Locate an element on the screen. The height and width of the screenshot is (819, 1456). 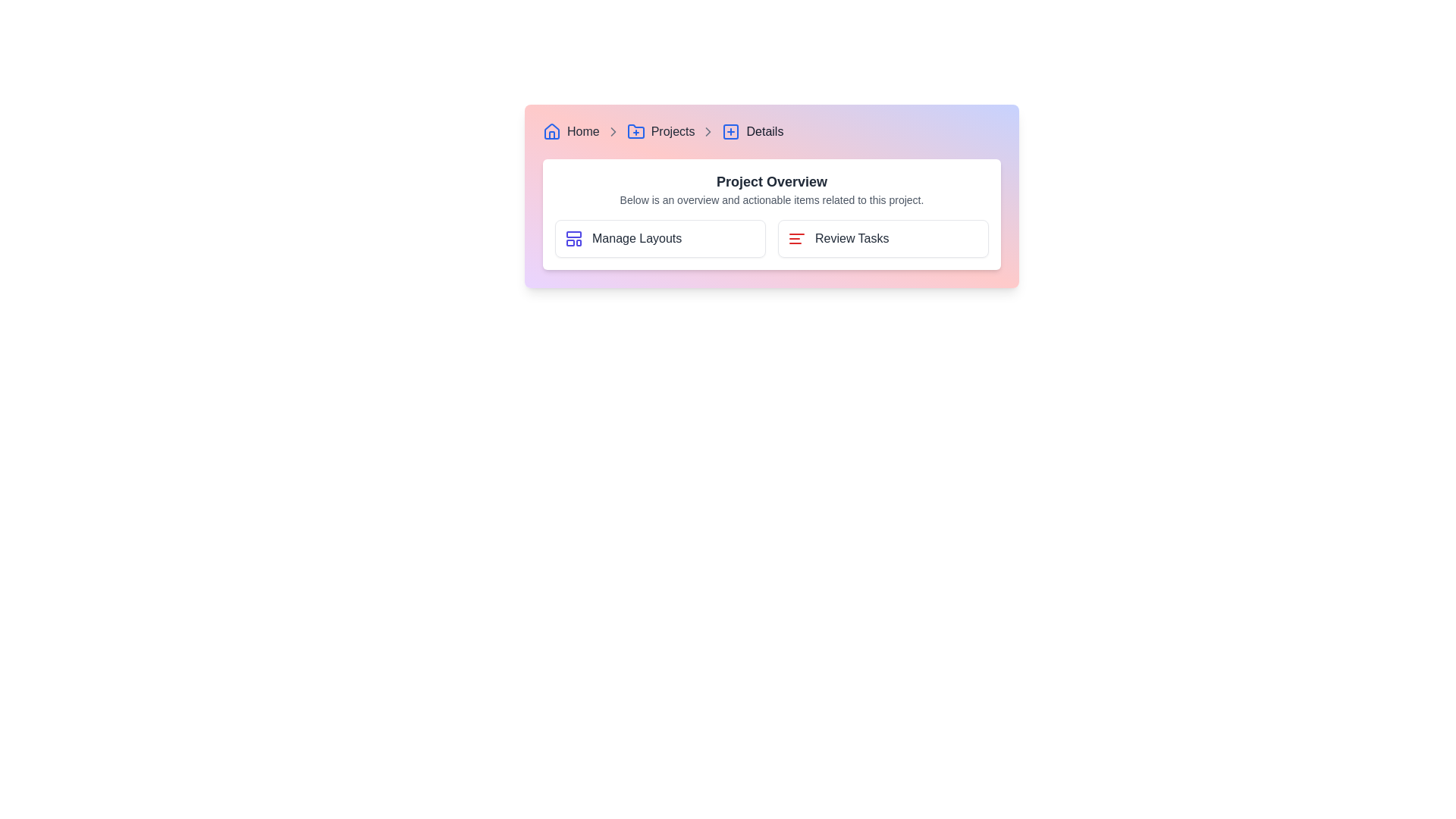
the static text that provides a brief descriptive summary of the content and actions related to the project overview, located below the 'Project Overview' title and above the 'Manage Layouts' and 'Review Tasks' buttons is located at coordinates (771, 199).